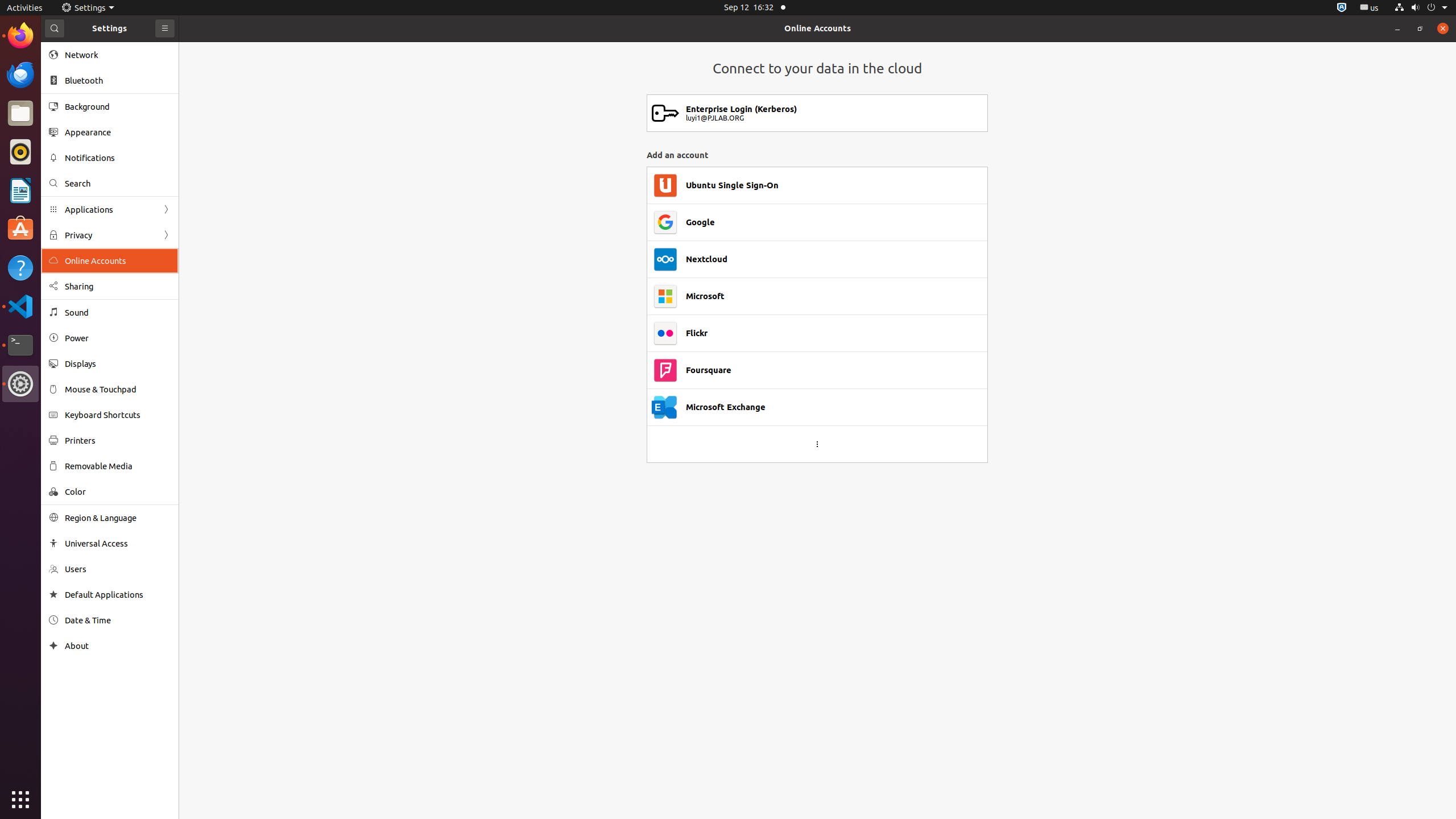 The image size is (1456, 819). Describe the element at coordinates (816, 154) in the screenshot. I see `'Add an account'` at that location.